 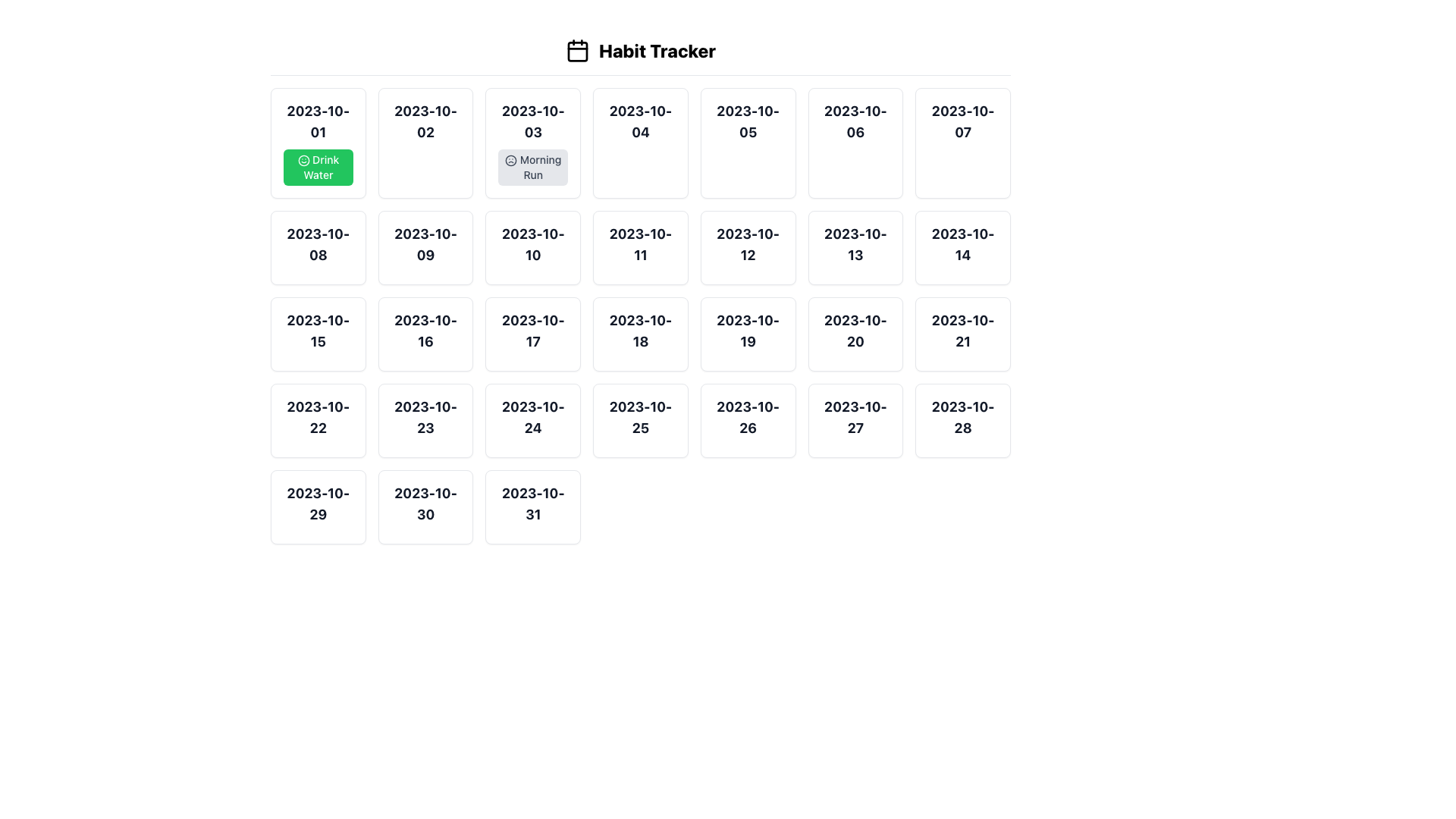 I want to click on the clickable date card displaying '2023-10-11' in the habit tracker interface, so click(x=640, y=247).